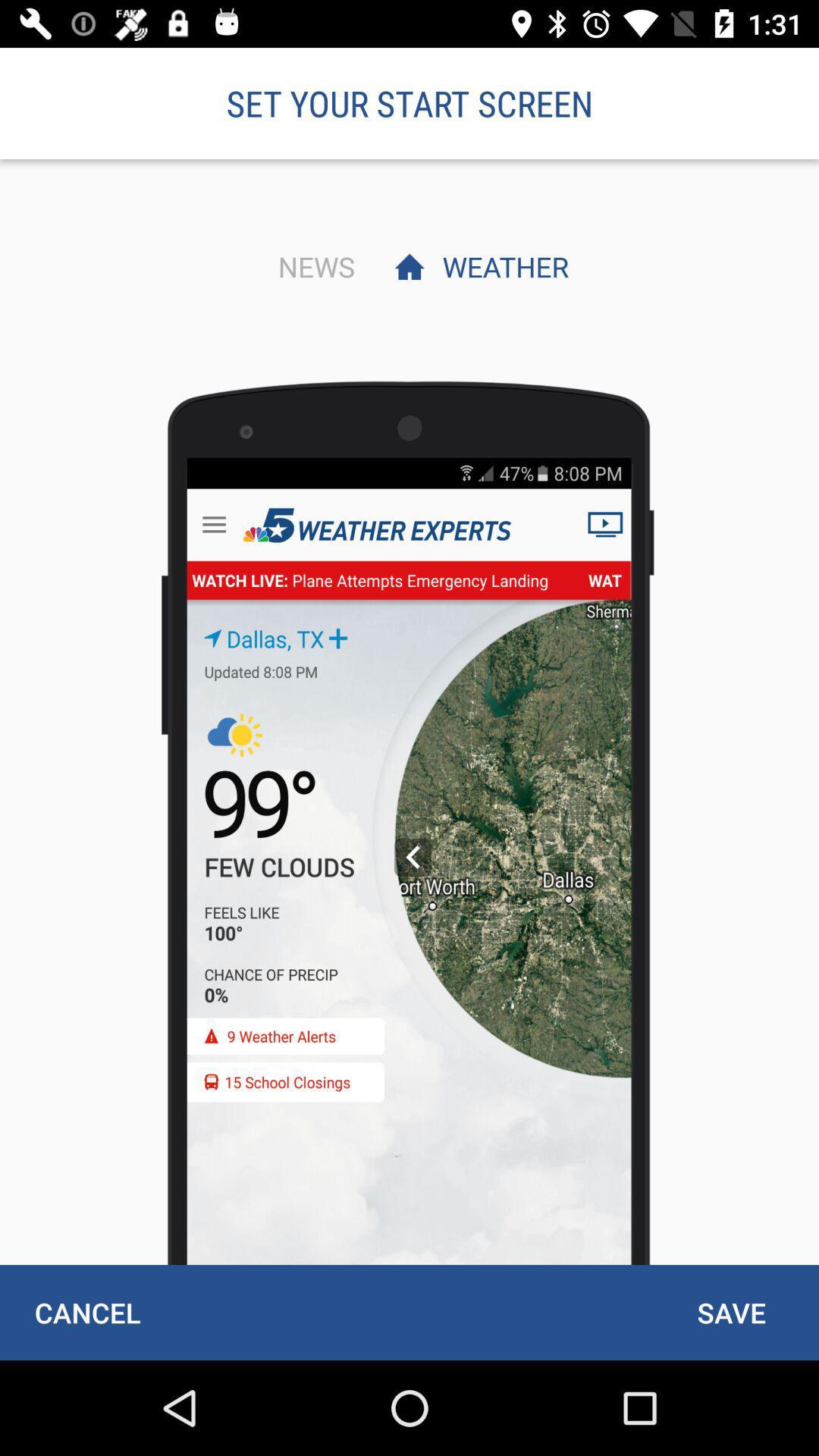 This screenshot has width=819, height=1456. What do you see at coordinates (312, 266) in the screenshot?
I see `the item next to the weather` at bounding box center [312, 266].